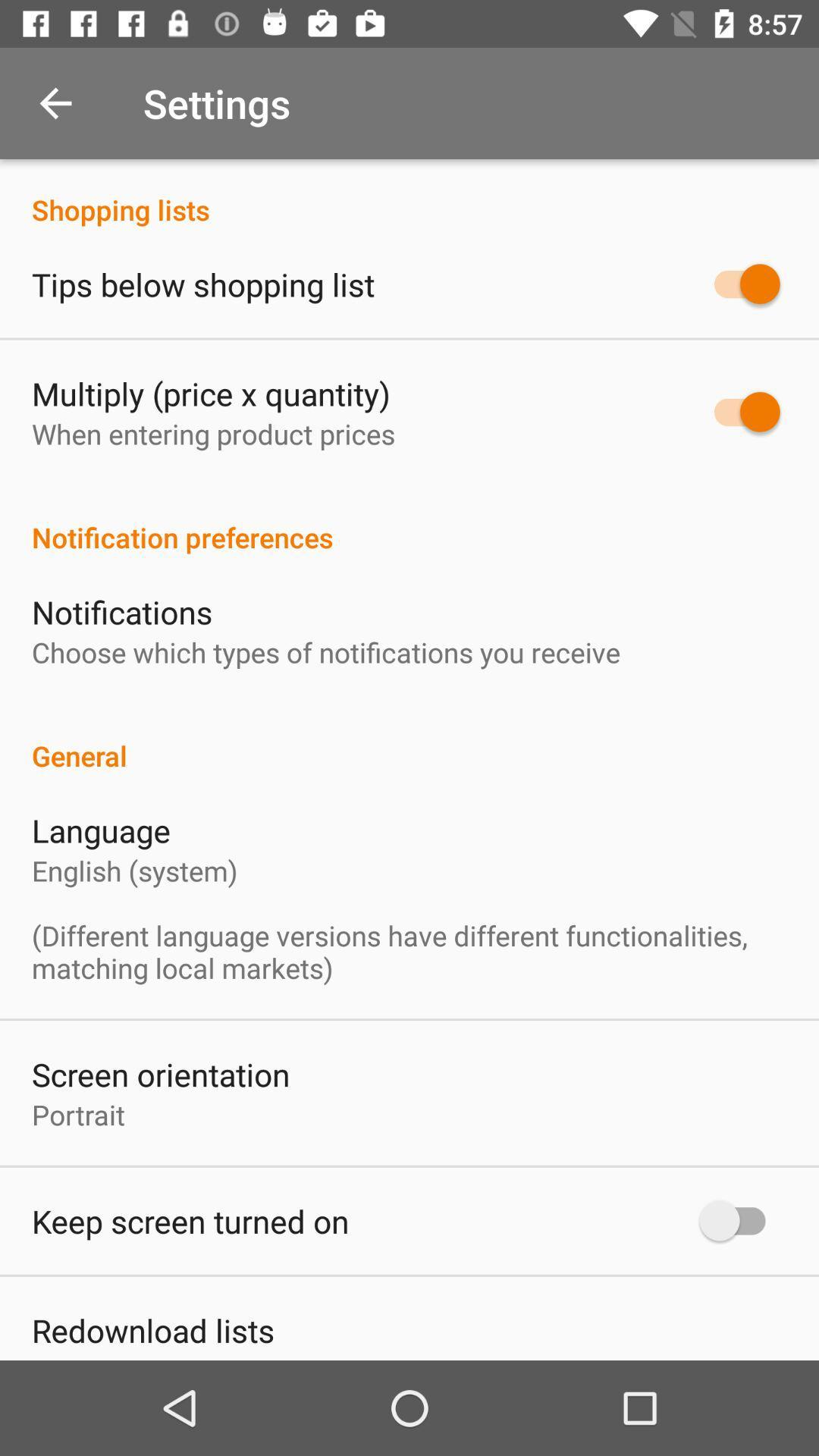 The image size is (819, 1456). Describe the element at coordinates (78, 1114) in the screenshot. I see `icon below the screen orientation item` at that location.